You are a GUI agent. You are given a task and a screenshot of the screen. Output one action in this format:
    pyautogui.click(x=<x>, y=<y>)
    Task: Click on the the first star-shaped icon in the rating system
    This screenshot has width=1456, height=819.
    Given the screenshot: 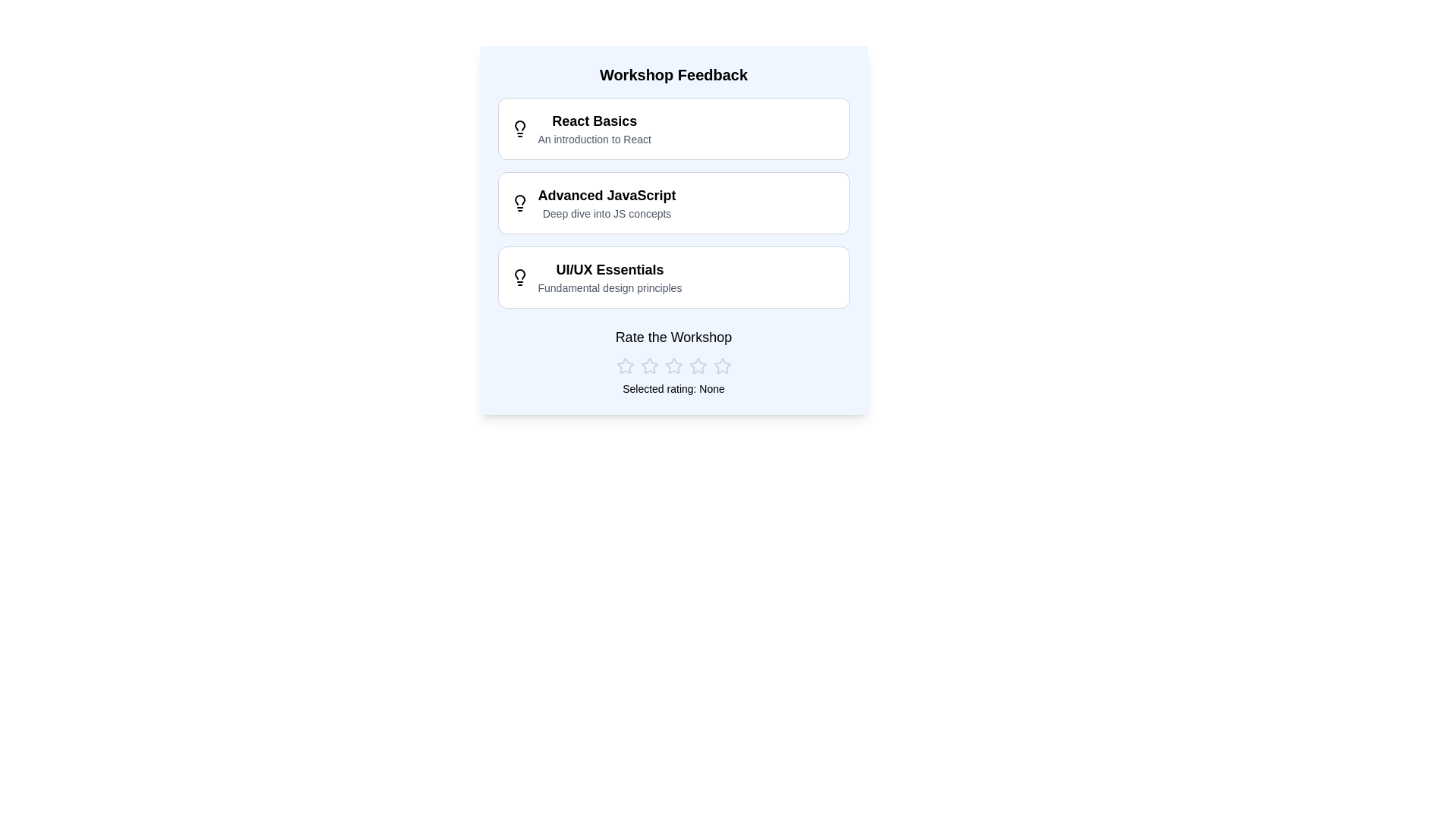 What is the action you would take?
    pyautogui.click(x=625, y=366)
    